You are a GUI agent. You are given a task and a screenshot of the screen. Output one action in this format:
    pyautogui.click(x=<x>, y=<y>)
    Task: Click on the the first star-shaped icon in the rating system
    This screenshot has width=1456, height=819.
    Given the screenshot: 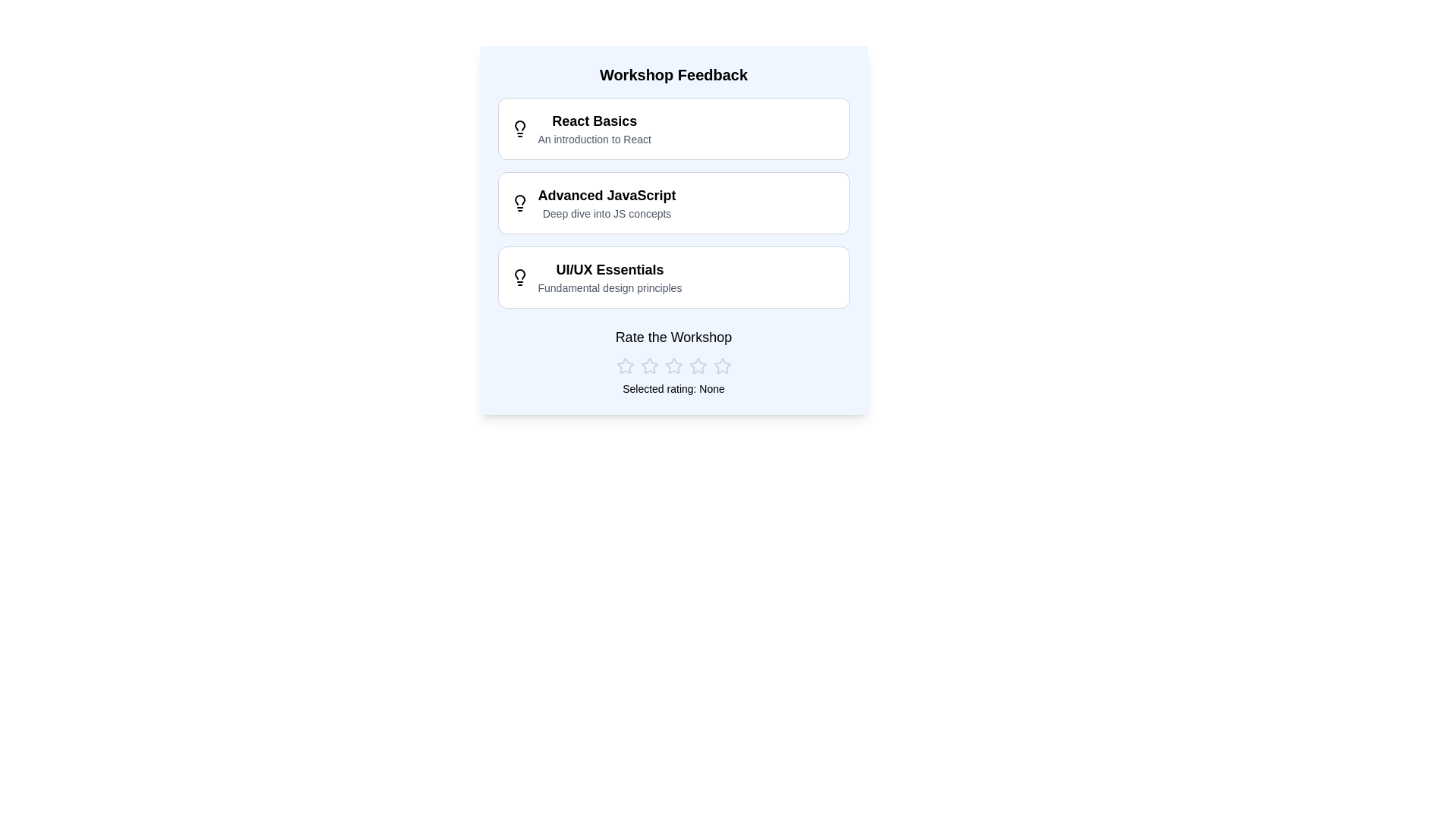 What is the action you would take?
    pyautogui.click(x=625, y=366)
    